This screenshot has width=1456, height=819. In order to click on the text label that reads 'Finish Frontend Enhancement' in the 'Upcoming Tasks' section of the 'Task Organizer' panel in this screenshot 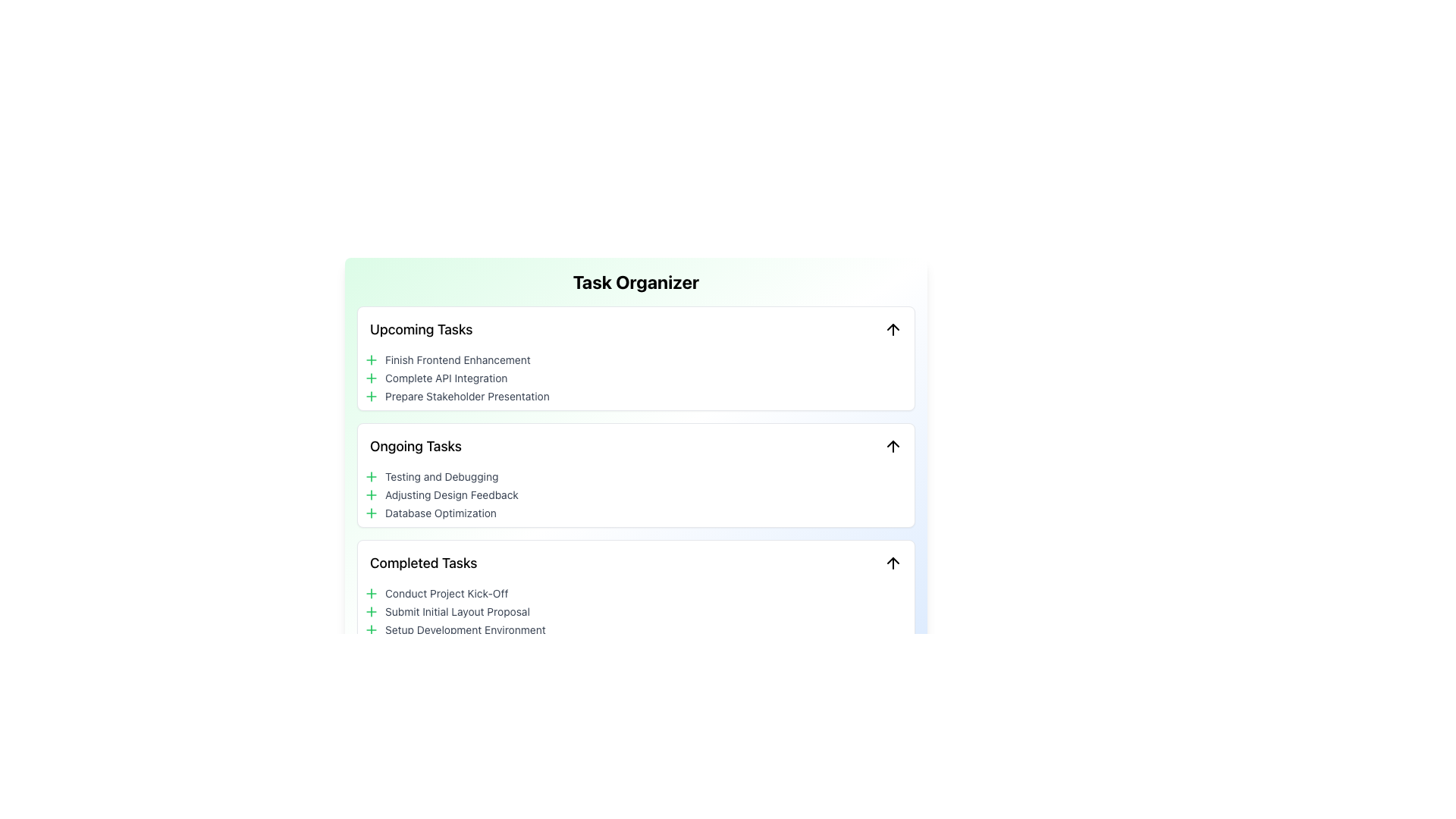, I will do `click(457, 359)`.